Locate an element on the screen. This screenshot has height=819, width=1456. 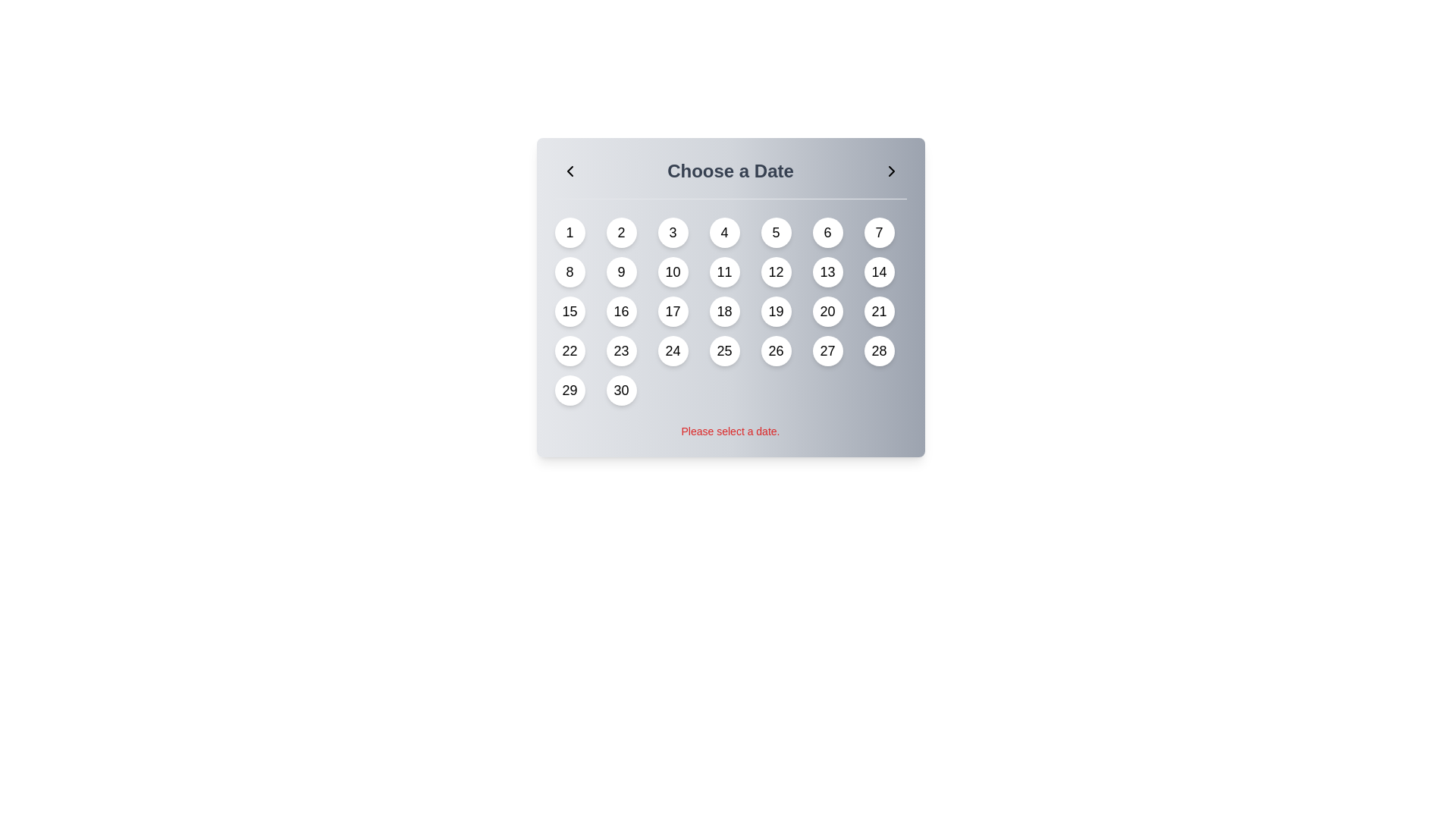
the Chevron Left icon located in the top-left corner of the date selection interface is located at coordinates (569, 171).